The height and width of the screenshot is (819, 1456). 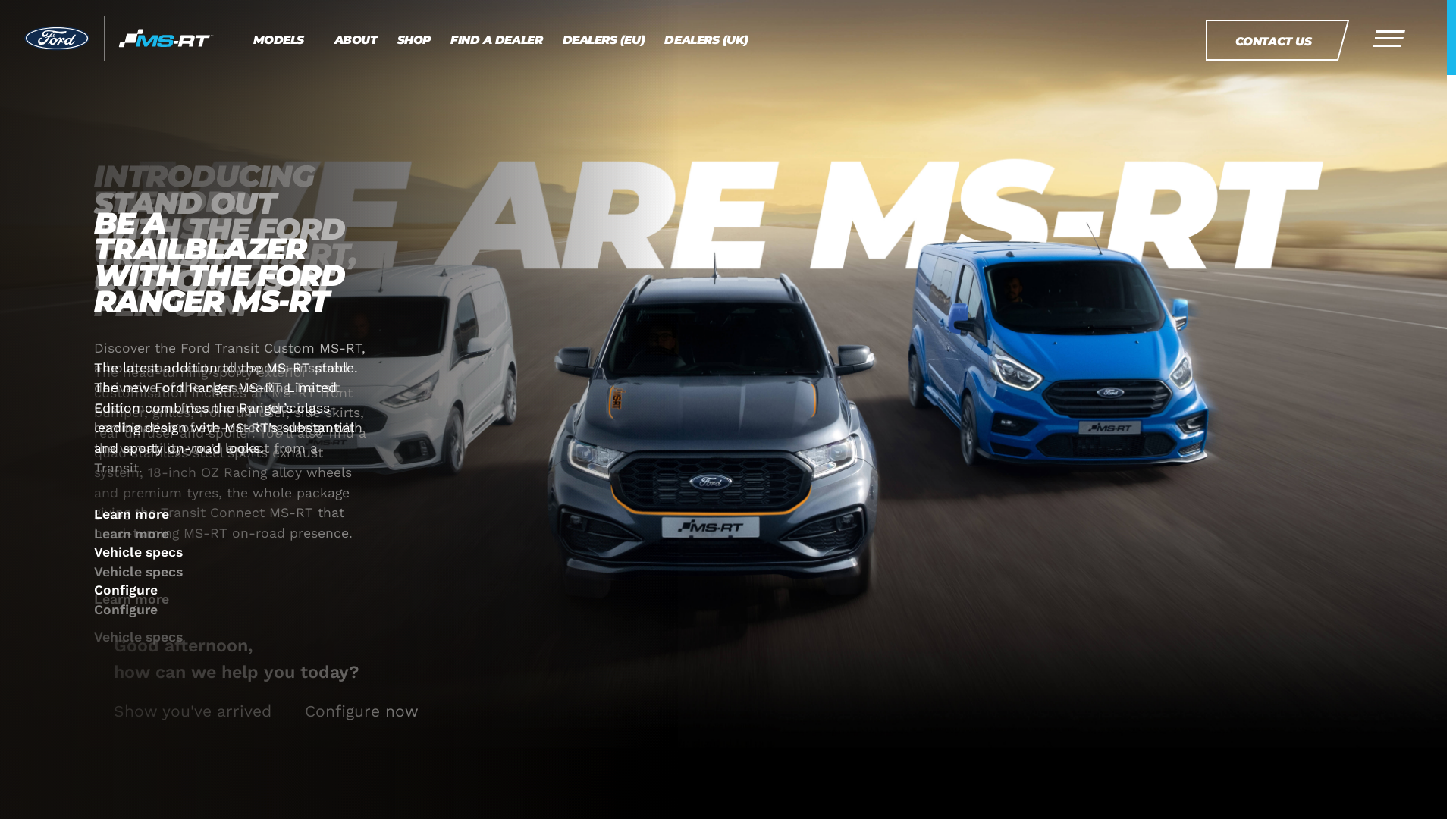 What do you see at coordinates (493, 39) in the screenshot?
I see `'FIND A DEALER'` at bounding box center [493, 39].